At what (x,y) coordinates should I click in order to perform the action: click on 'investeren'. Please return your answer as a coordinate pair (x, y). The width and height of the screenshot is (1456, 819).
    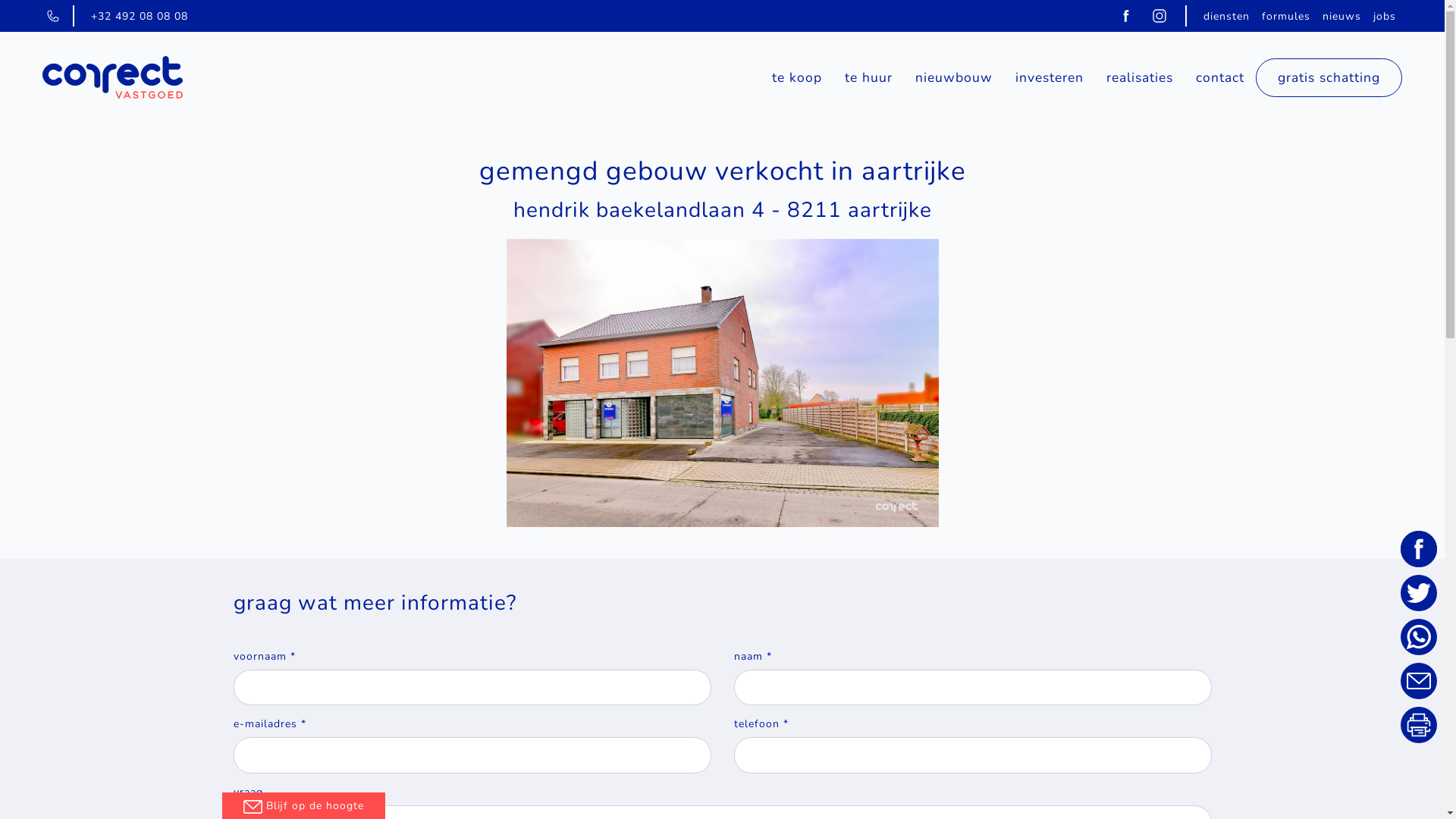
    Looking at the image, I should click on (1004, 77).